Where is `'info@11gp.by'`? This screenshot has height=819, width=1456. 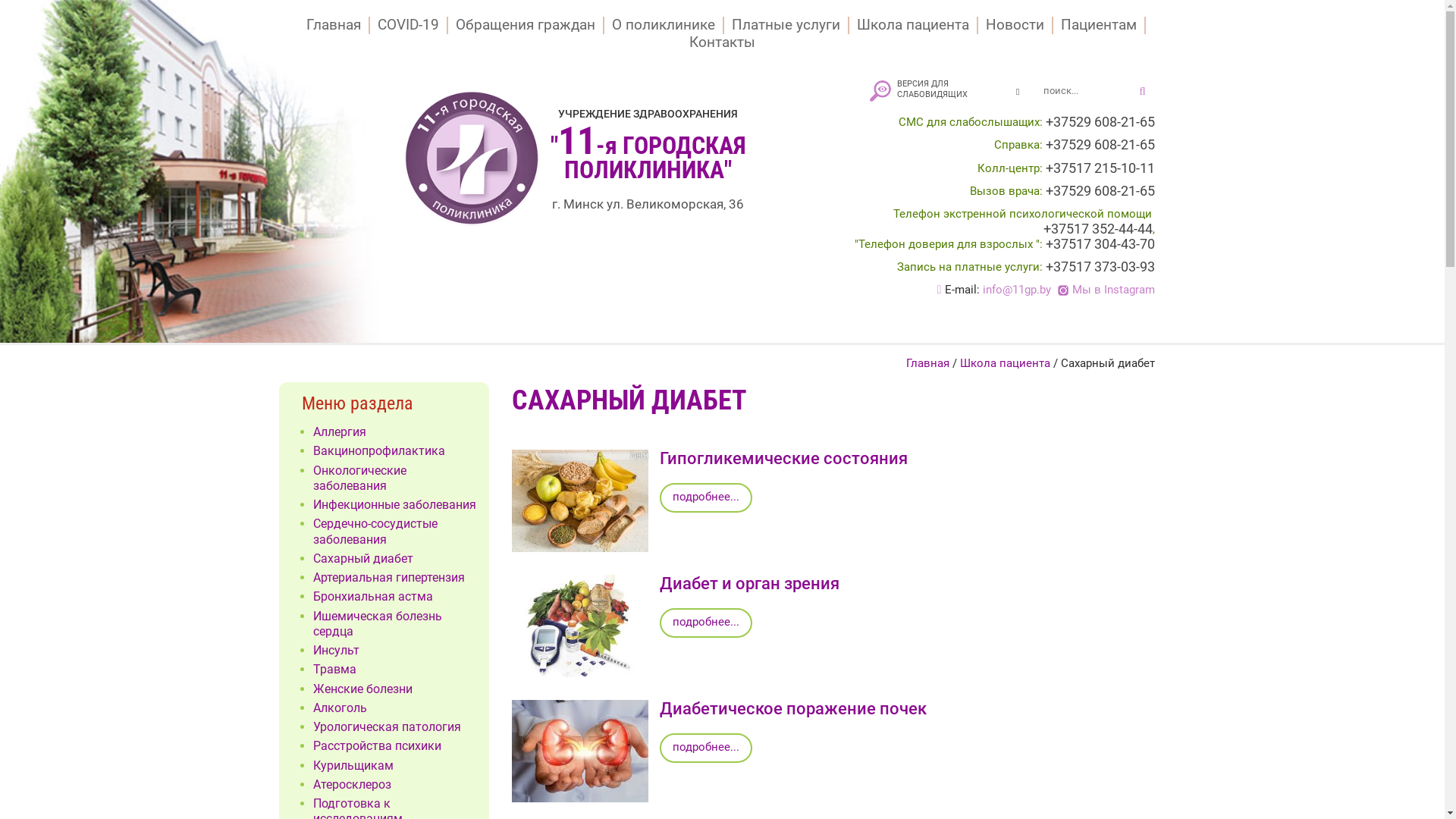
'info@11gp.by' is located at coordinates (1016, 289).